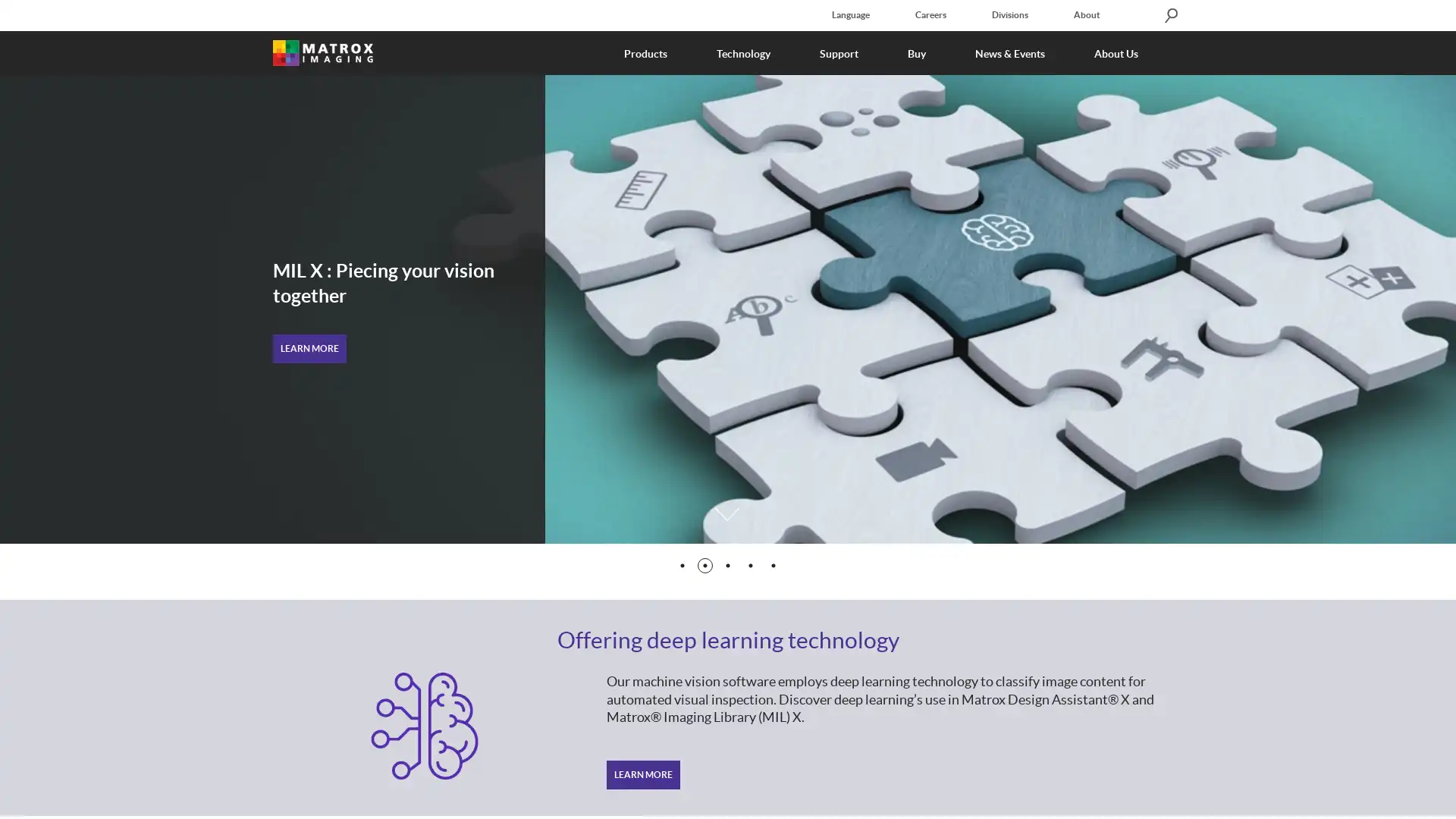  What do you see at coordinates (704, 565) in the screenshot?
I see `2` at bounding box center [704, 565].